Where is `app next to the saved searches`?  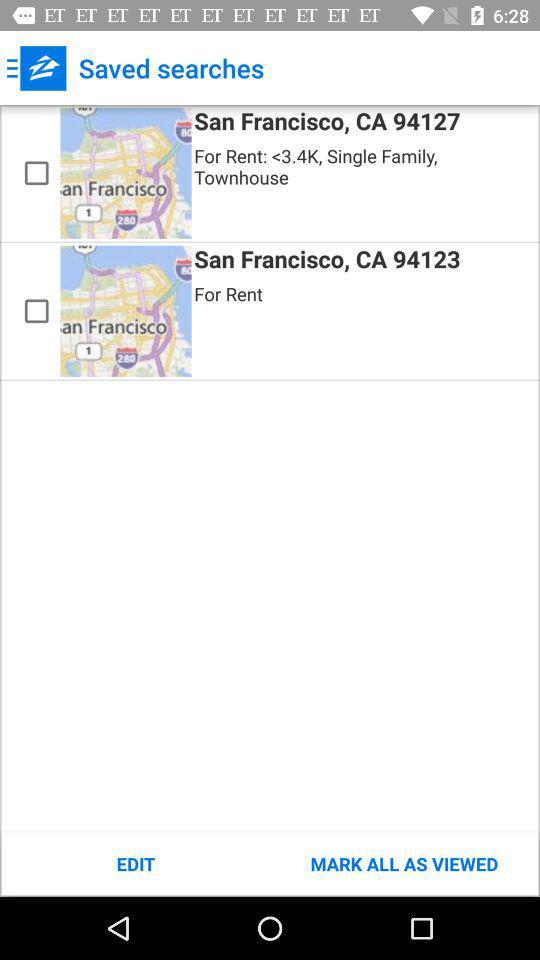 app next to the saved searches is located at coordinates (36, 68).